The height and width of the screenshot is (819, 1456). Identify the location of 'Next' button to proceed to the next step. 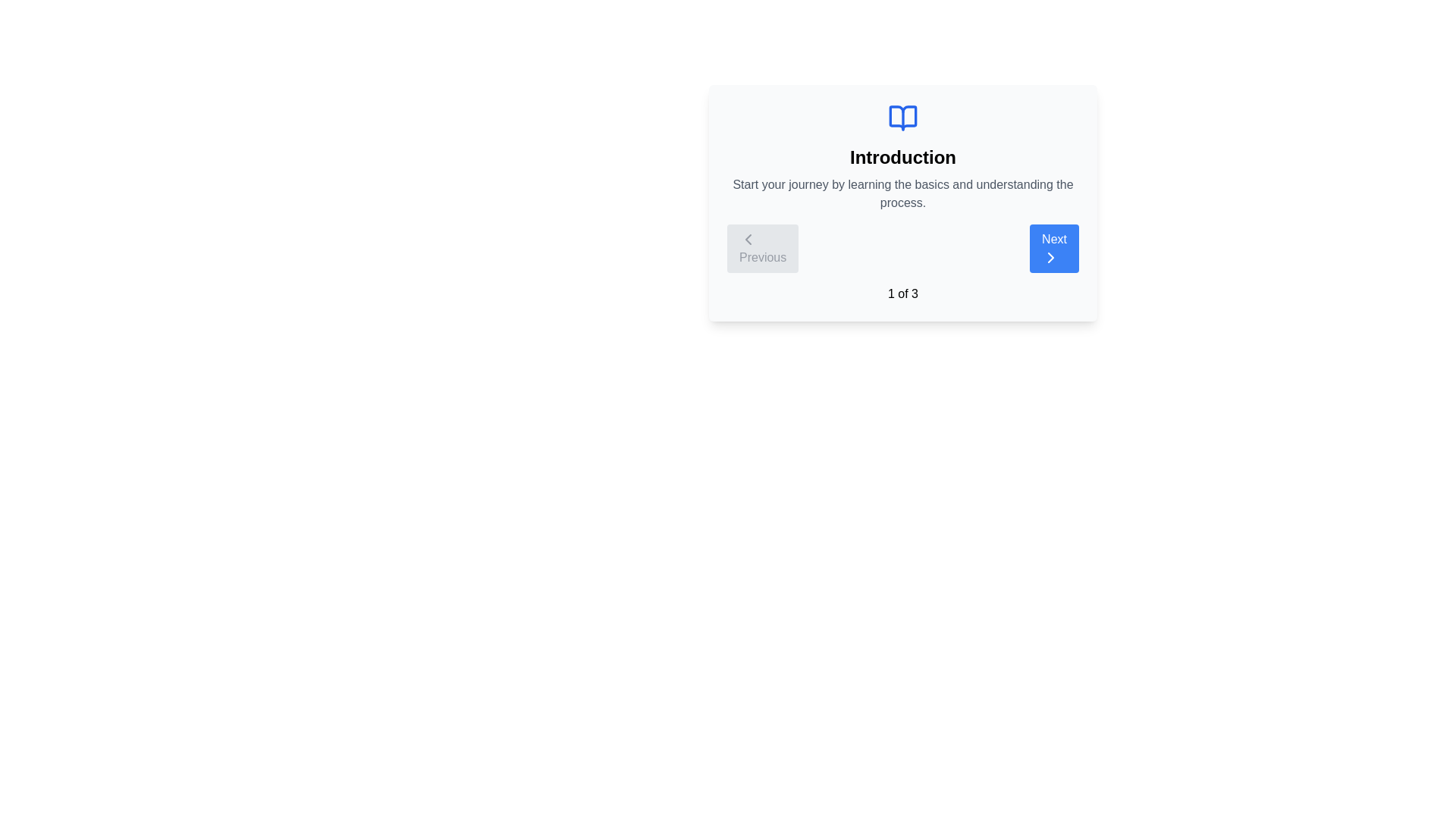
(1053, 247).